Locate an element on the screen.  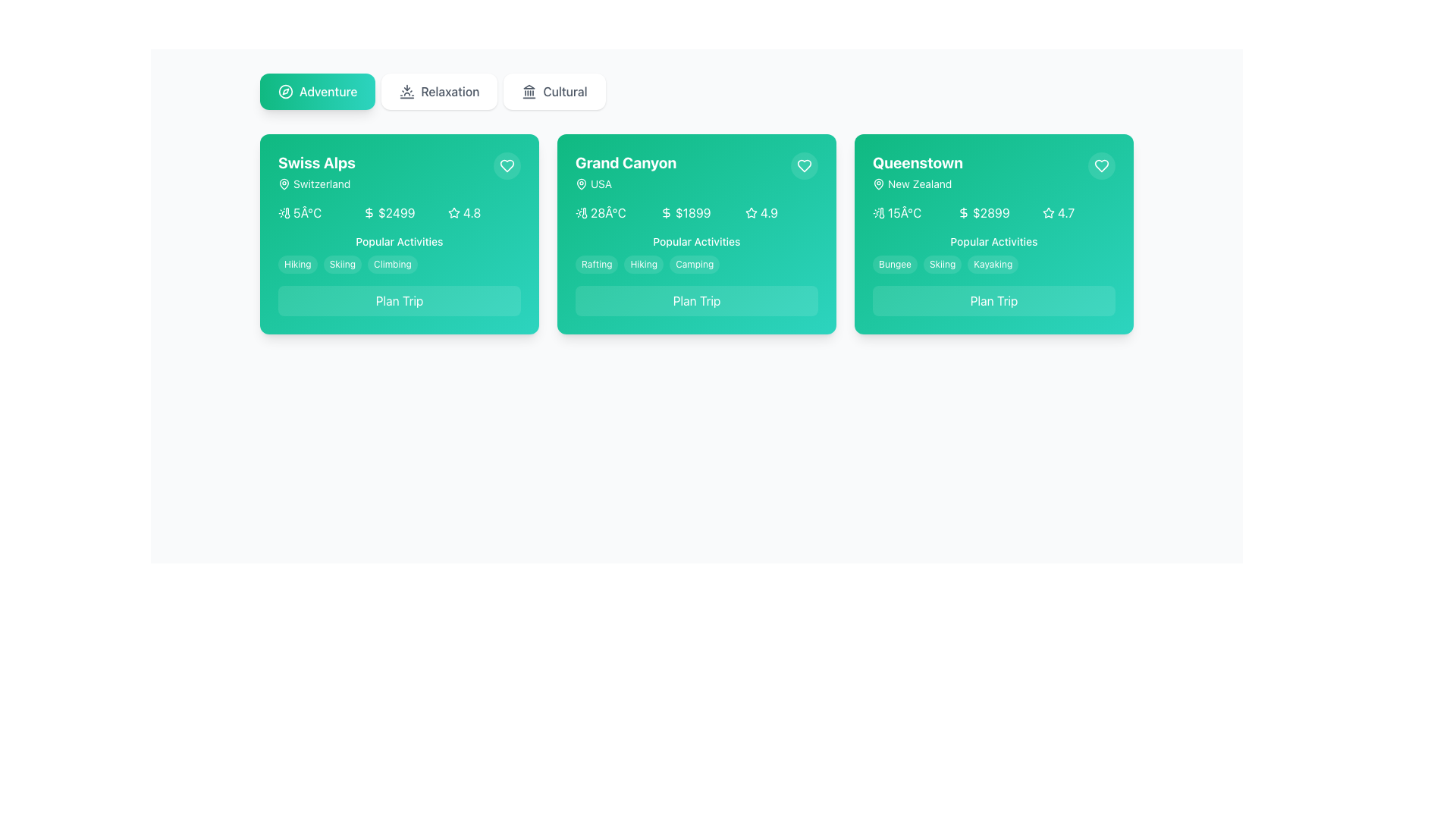
the Text Label displaying '5Â°C' within the green card titled 'Swiss Alps', which is aligned with a thermometer icon on the left is located at coordinates (306, 213).